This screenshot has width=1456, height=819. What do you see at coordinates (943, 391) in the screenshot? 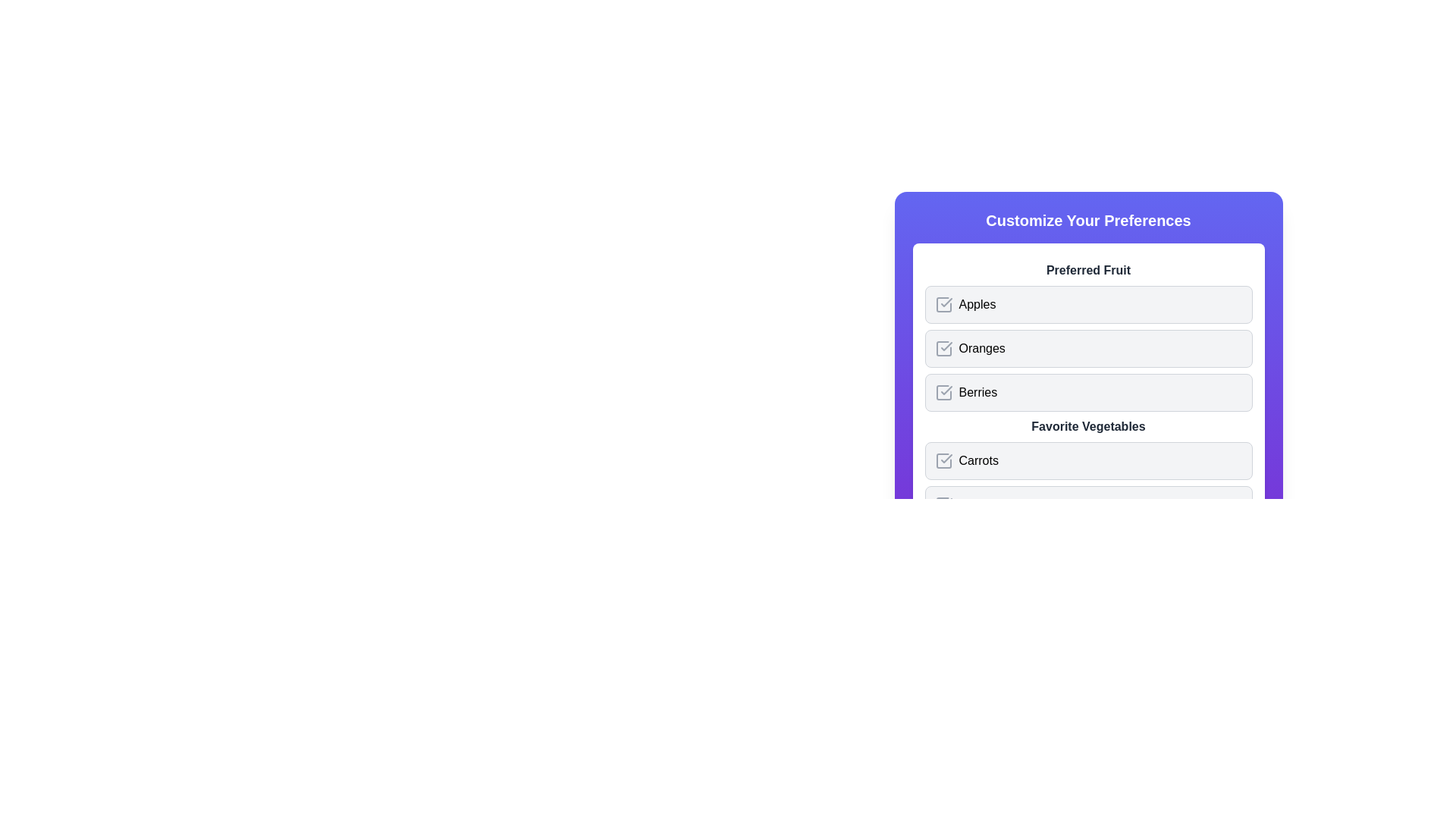
I see `the Checkbox icon for 'Berries'` at bounding box center [943, 391].